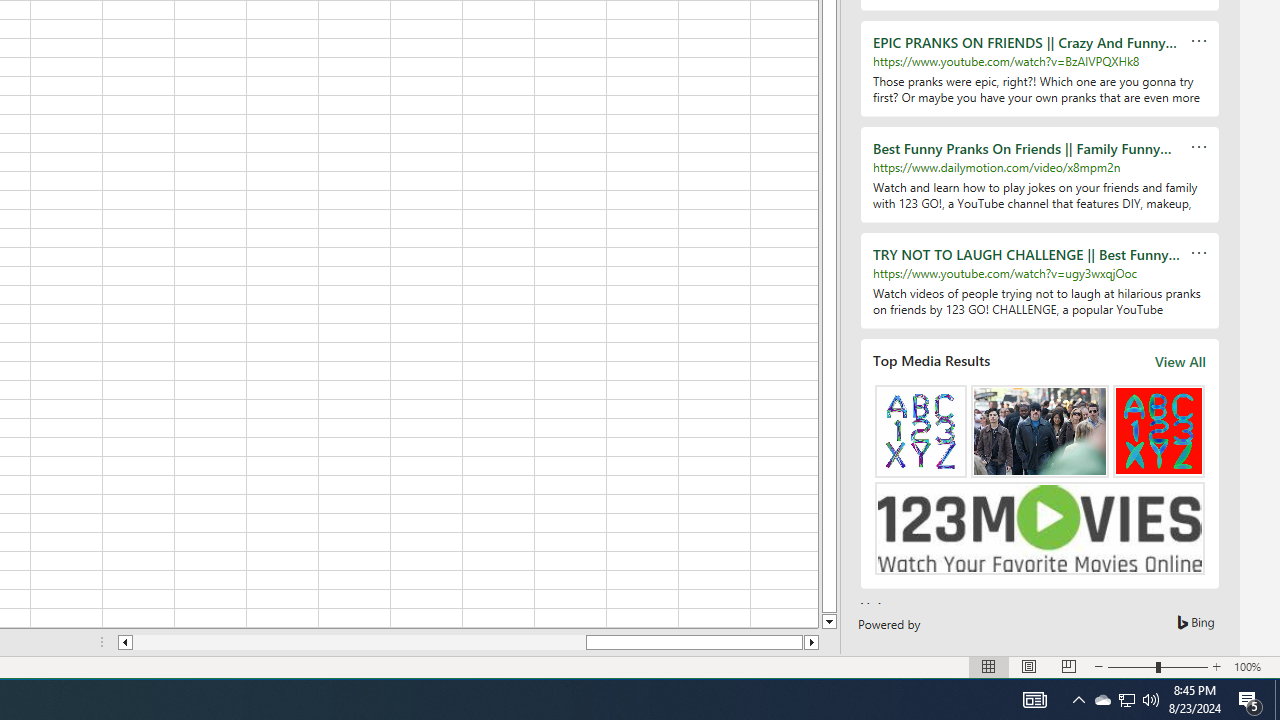 Image resolution: width=1280 pixels, height=720 pixels. I want to click on 'AutomationID: 4105', so click(1034, 698).